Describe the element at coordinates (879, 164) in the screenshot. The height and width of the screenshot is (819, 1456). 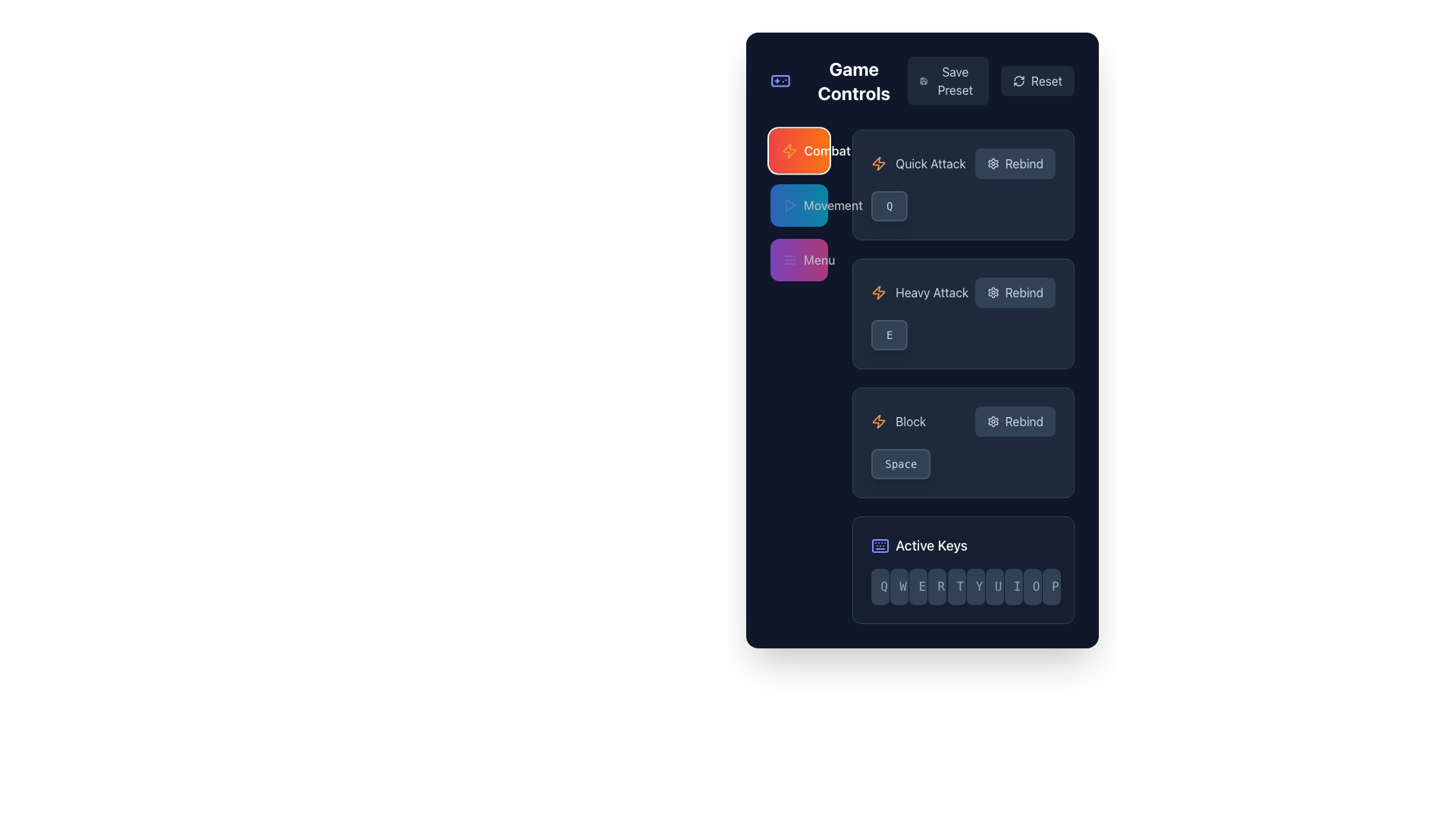
I see `the small orange lightning bolt icon with sharp strokes and rounded joins, located to the left of the 'Quick Attack' text` at that location.